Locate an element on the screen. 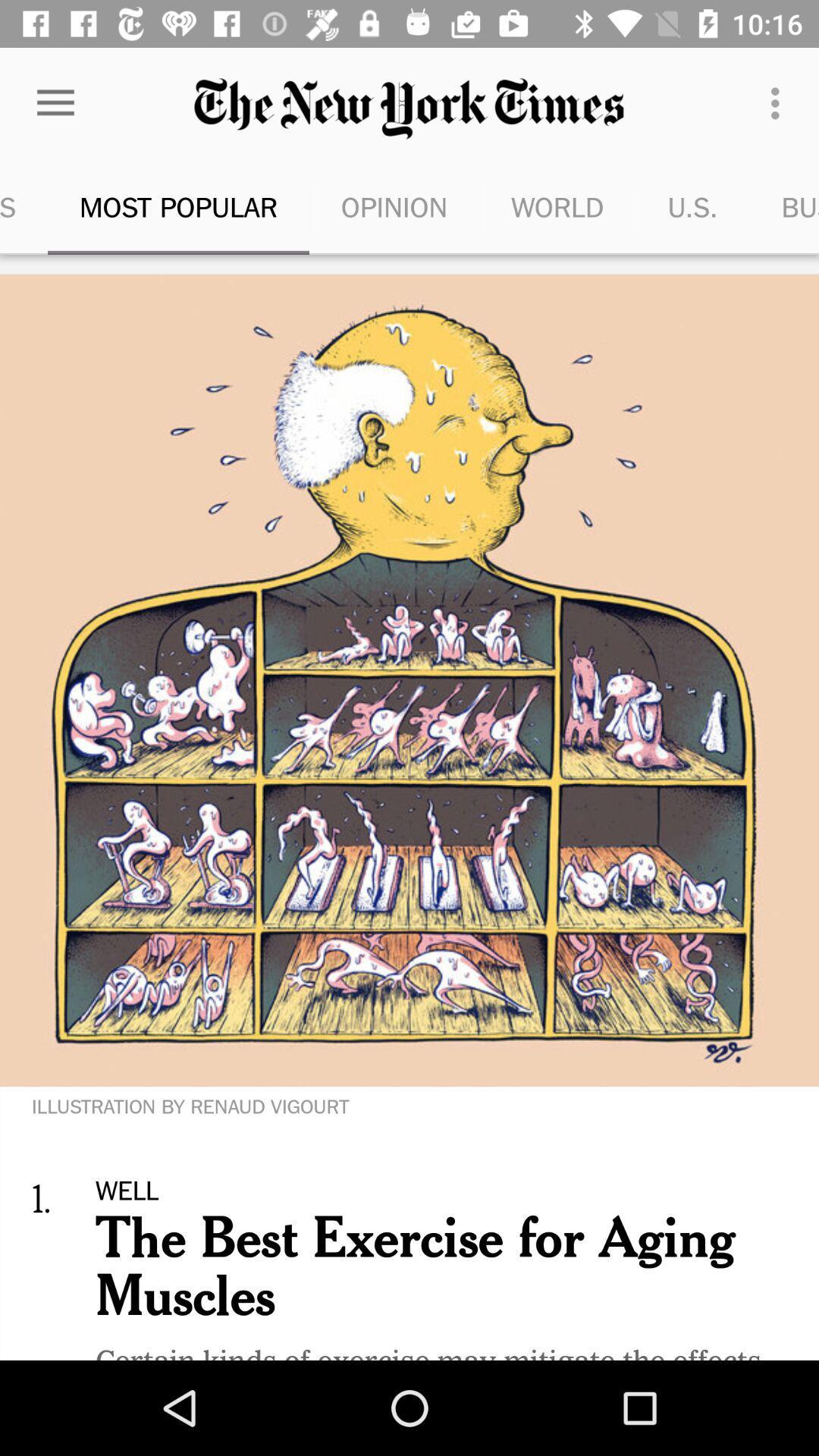 The width and height of the screenshot is (819, 1456). the top stories item is located at coordinates (24, 206).